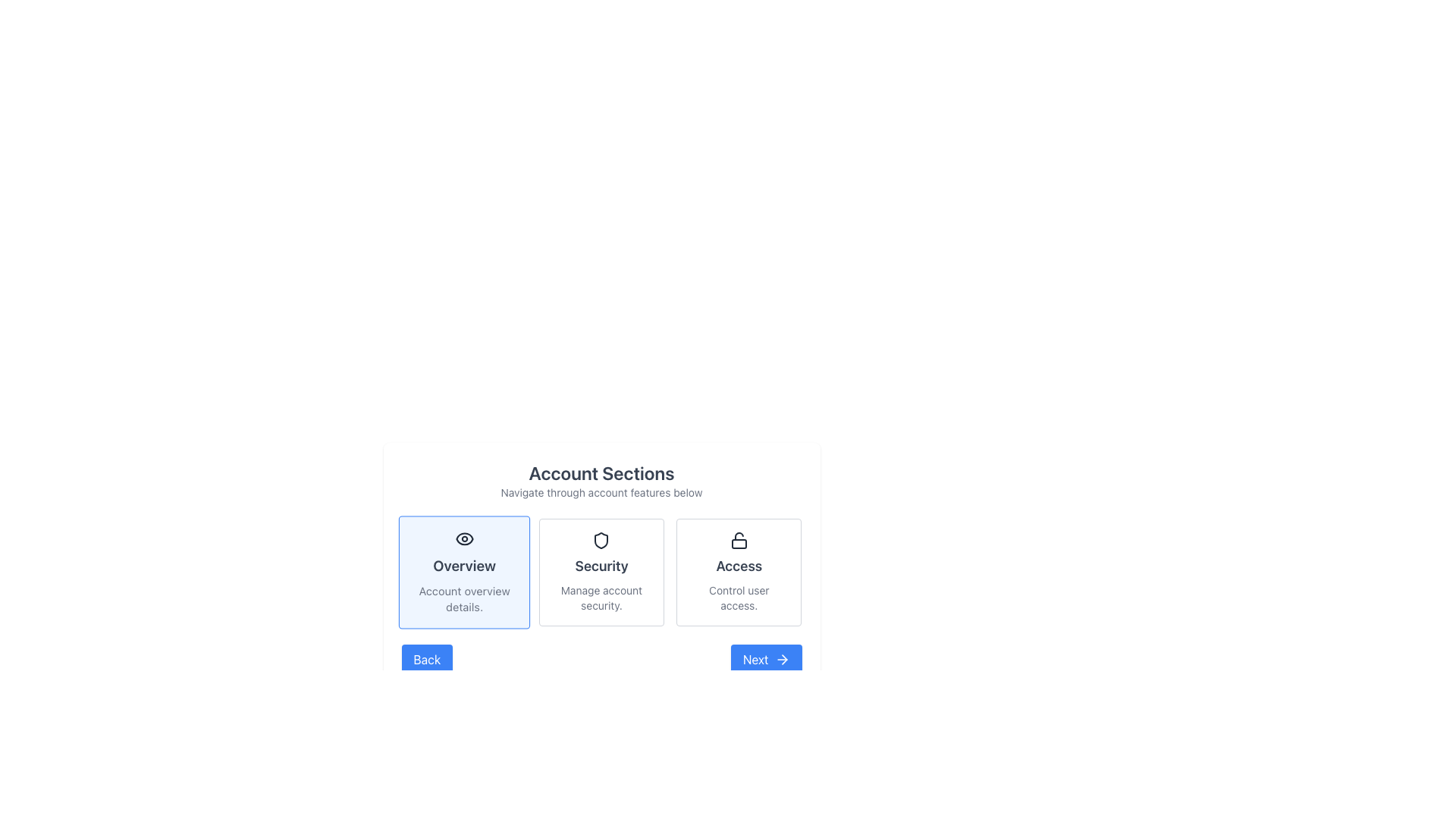 Image resolution: width=1456 pixels, height=819 pixels. I want to click on the 'Back' button with a blue background and white text, so click(426, 659).